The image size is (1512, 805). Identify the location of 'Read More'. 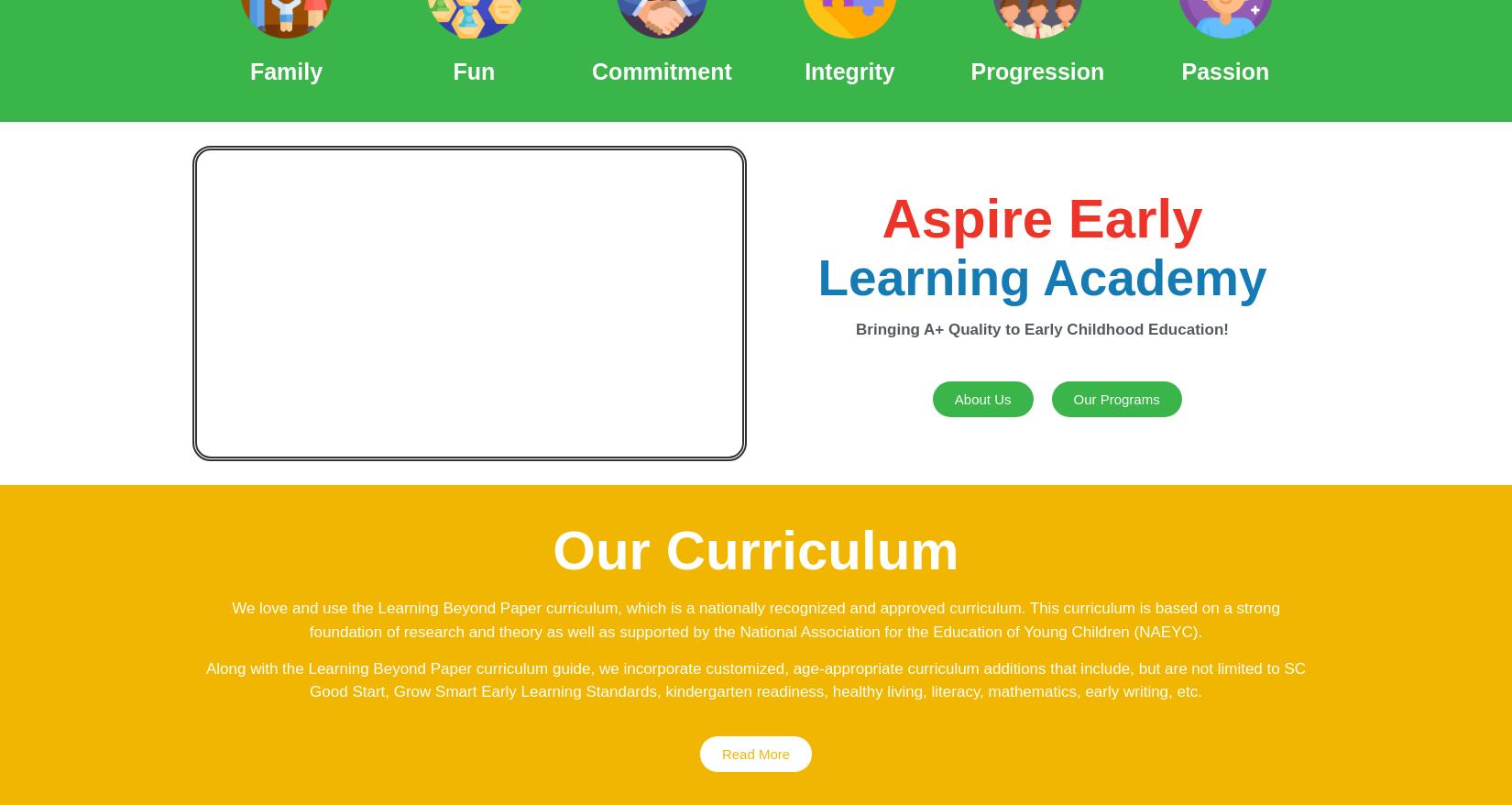
(754, 753).